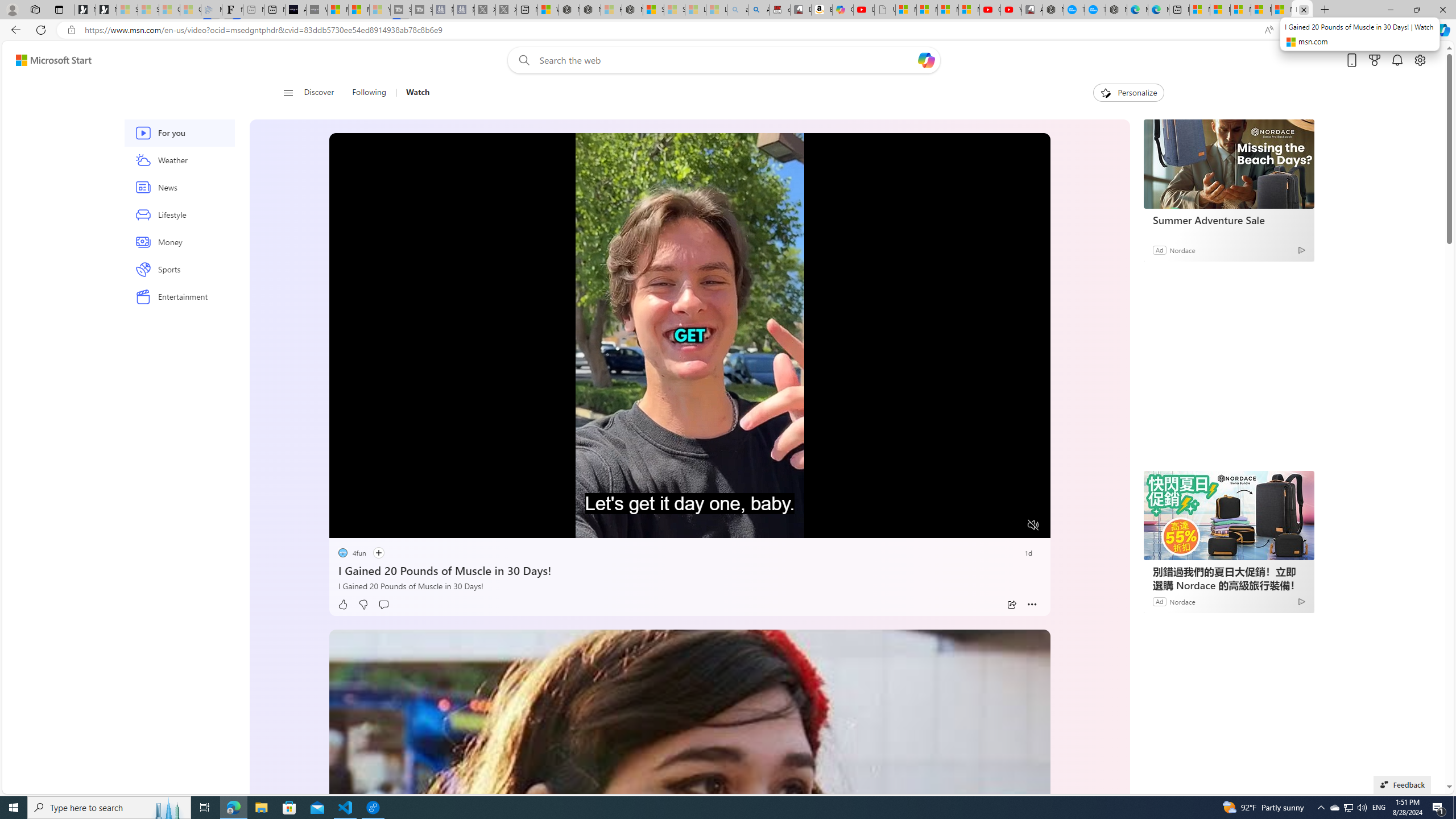 The height and width of the screenshot is (819, 1456). I want to click on 'Open Copilot', so click(926, 59).